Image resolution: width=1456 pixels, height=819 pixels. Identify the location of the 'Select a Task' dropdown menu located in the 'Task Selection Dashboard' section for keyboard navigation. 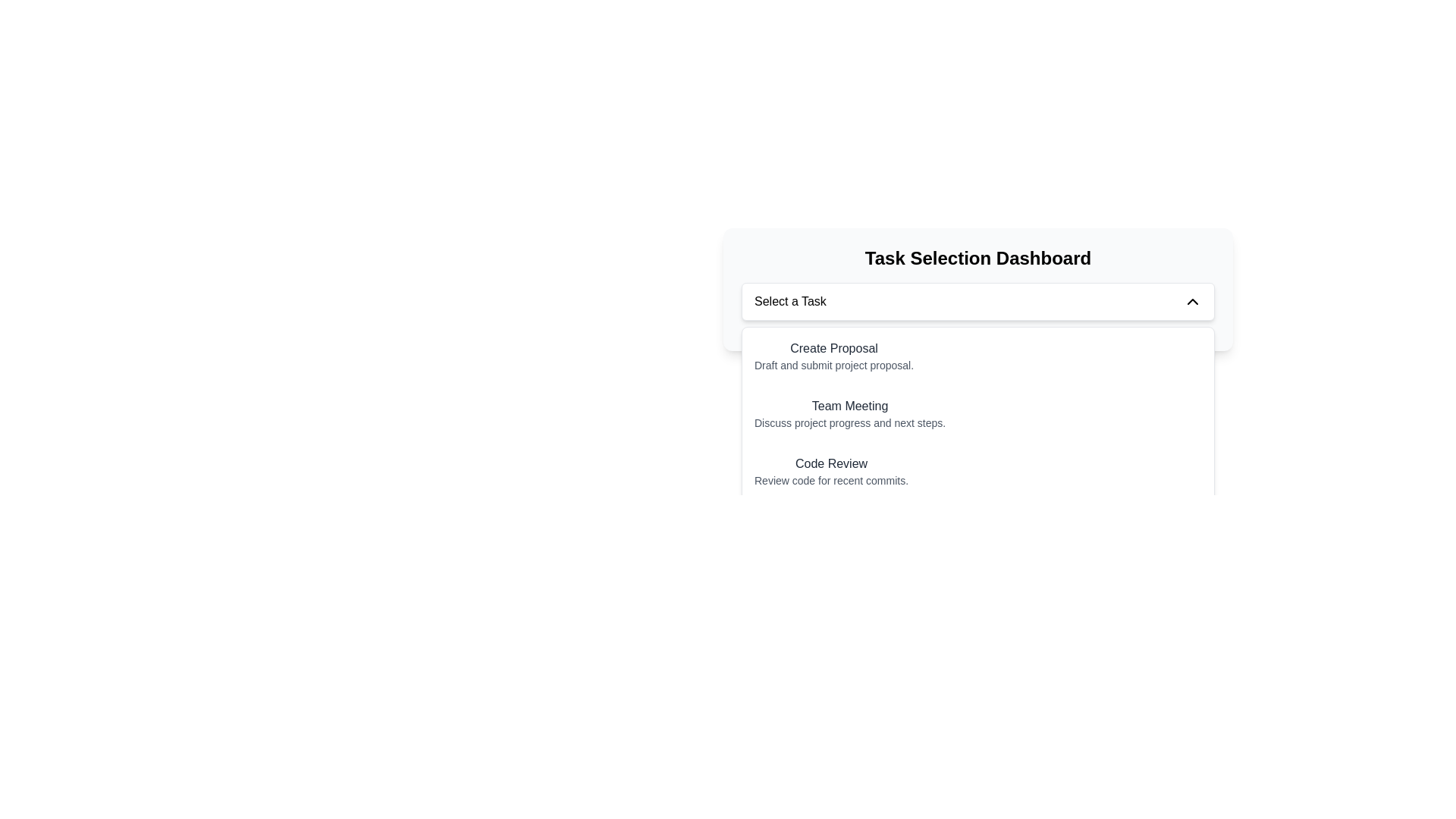
(978, 301).